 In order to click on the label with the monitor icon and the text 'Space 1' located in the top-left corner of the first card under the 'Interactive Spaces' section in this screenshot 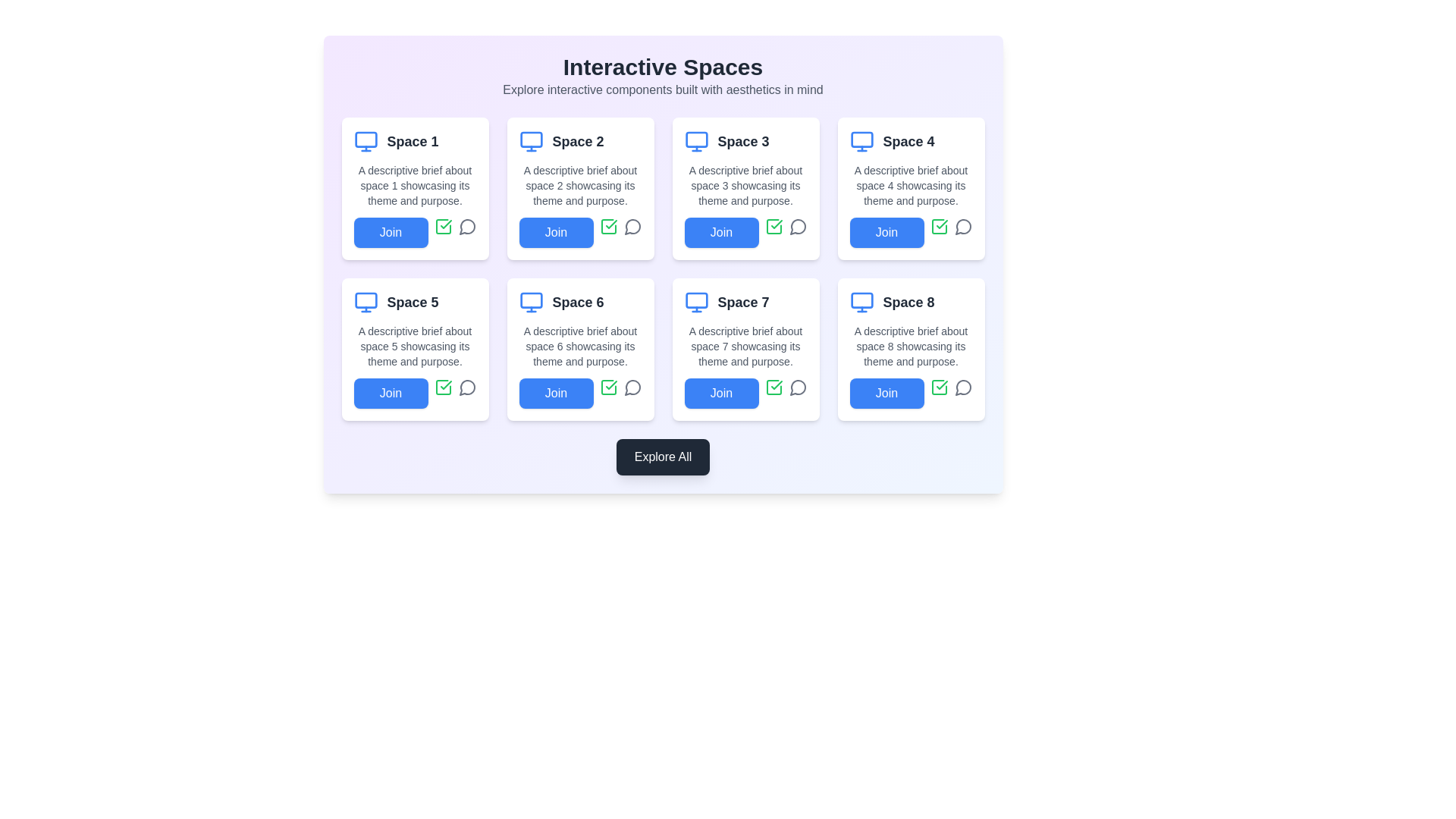, I will do `click(415, 141)`.